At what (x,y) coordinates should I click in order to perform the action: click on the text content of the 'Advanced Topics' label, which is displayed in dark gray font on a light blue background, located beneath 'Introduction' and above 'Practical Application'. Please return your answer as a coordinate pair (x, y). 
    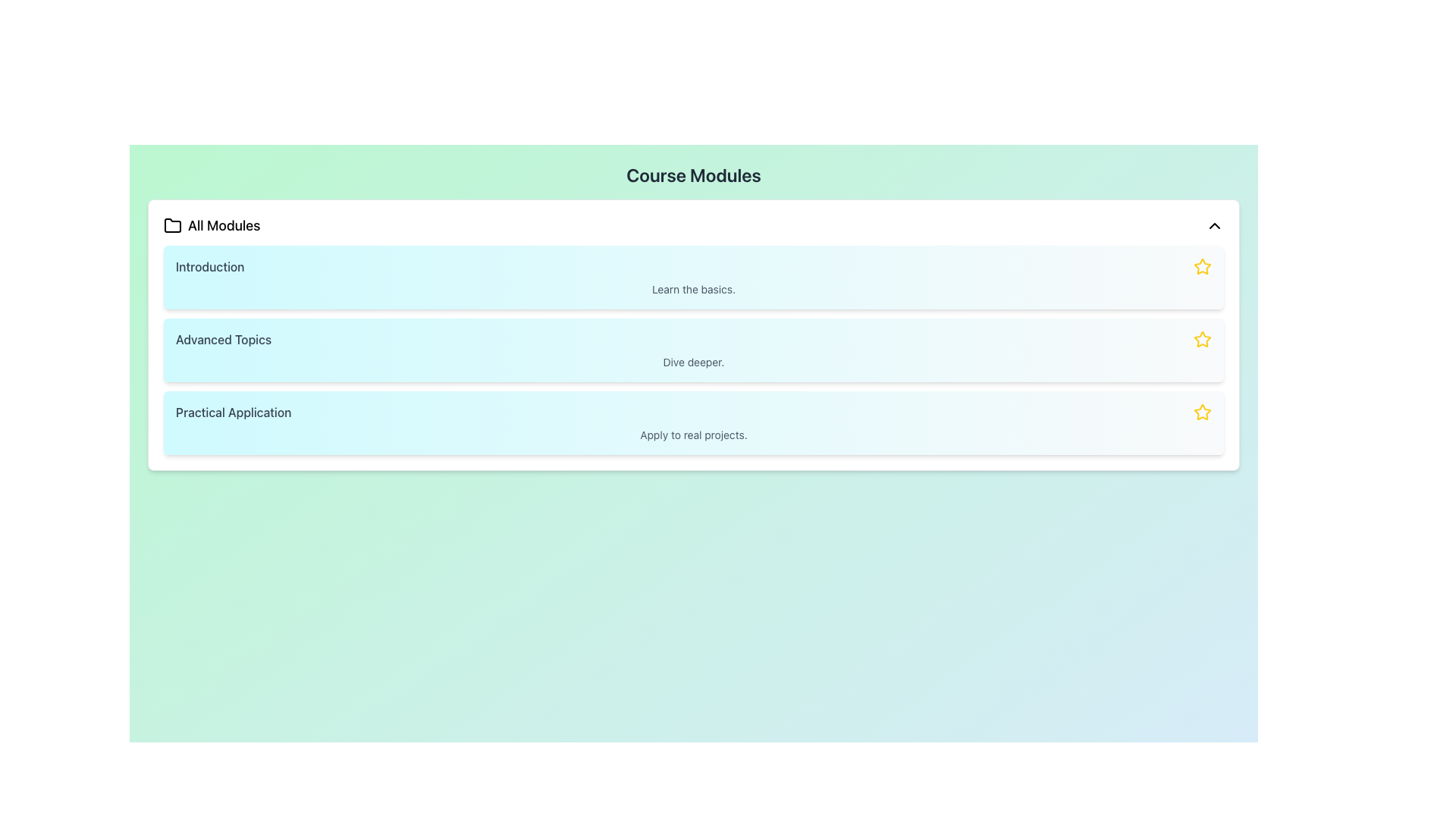
    Looking at the image, I should click on (223, 338).